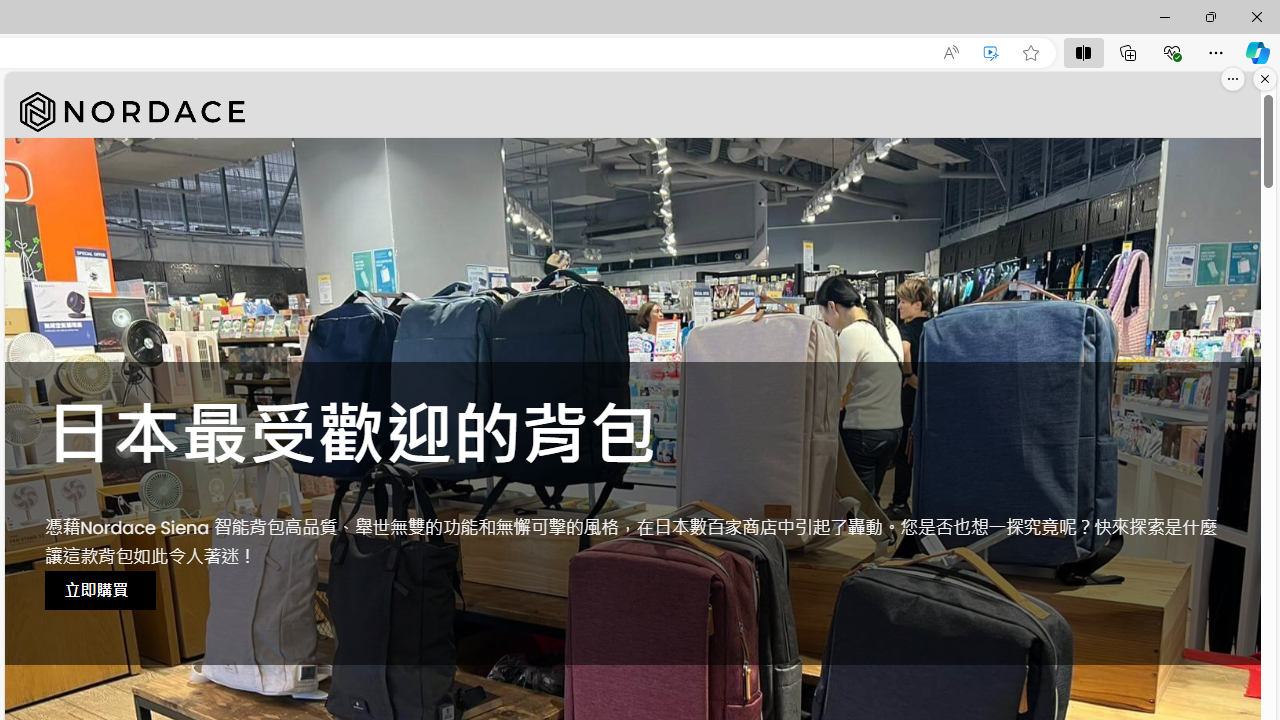 This screenshot has width=1280, height=720. I want to click on 'Minimize', so click(1164, 16).